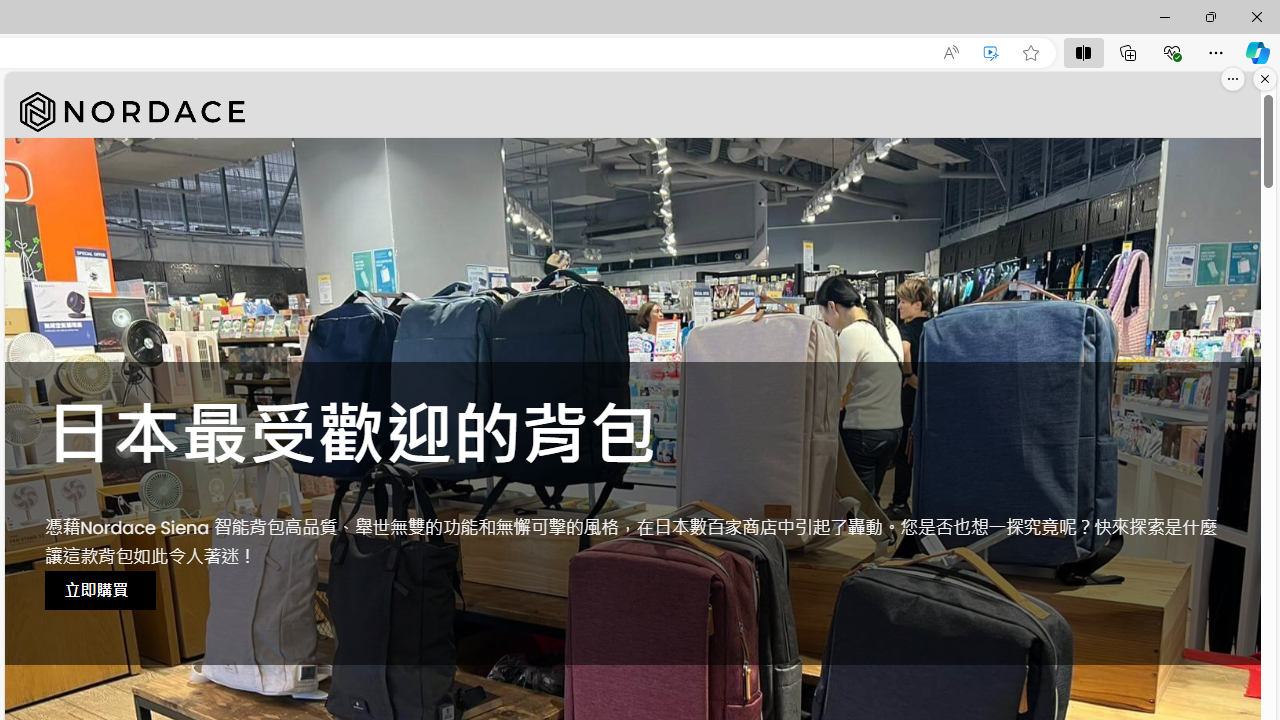 This screenshot has width=1280, height=720. I want to click on 'Minimize', so click(1164, 16).